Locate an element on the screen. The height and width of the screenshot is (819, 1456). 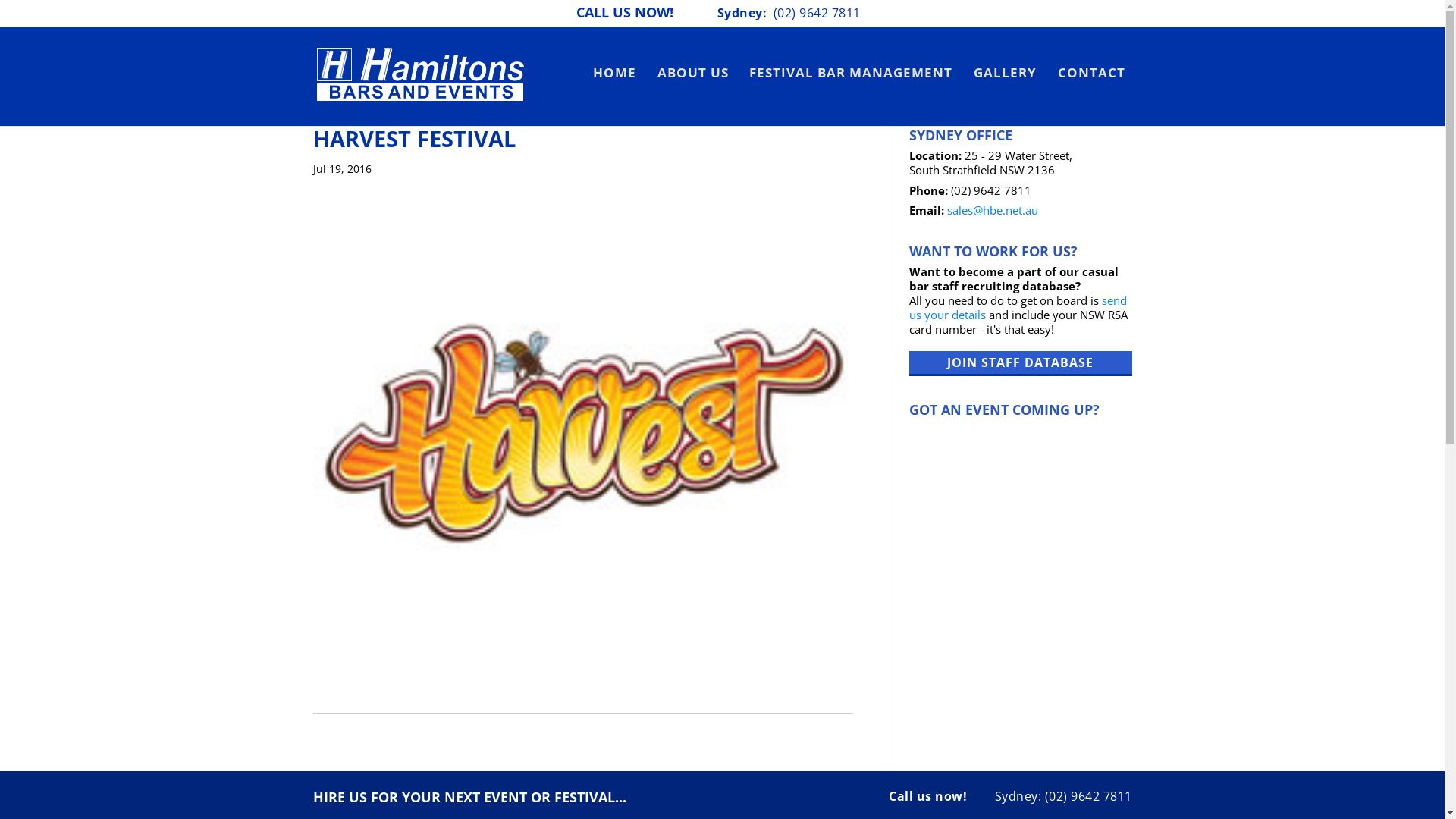
'CONTACT' is located at coordinates (1090, 74).